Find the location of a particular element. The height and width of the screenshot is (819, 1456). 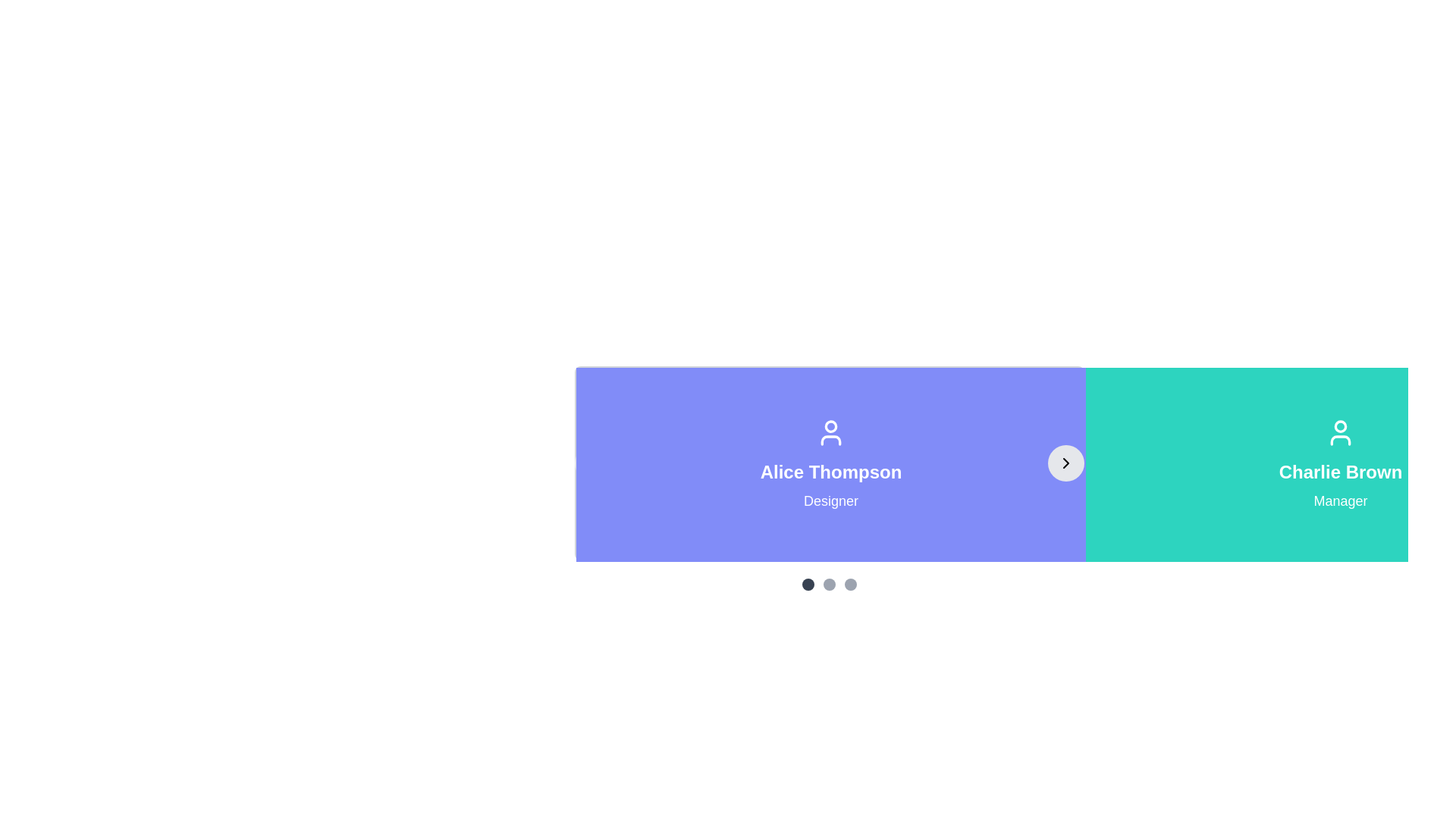

the circular component within the user icon design located above the name 'Alice Thompson' in the left blue card of the interface is located at coordinates (830, 426).